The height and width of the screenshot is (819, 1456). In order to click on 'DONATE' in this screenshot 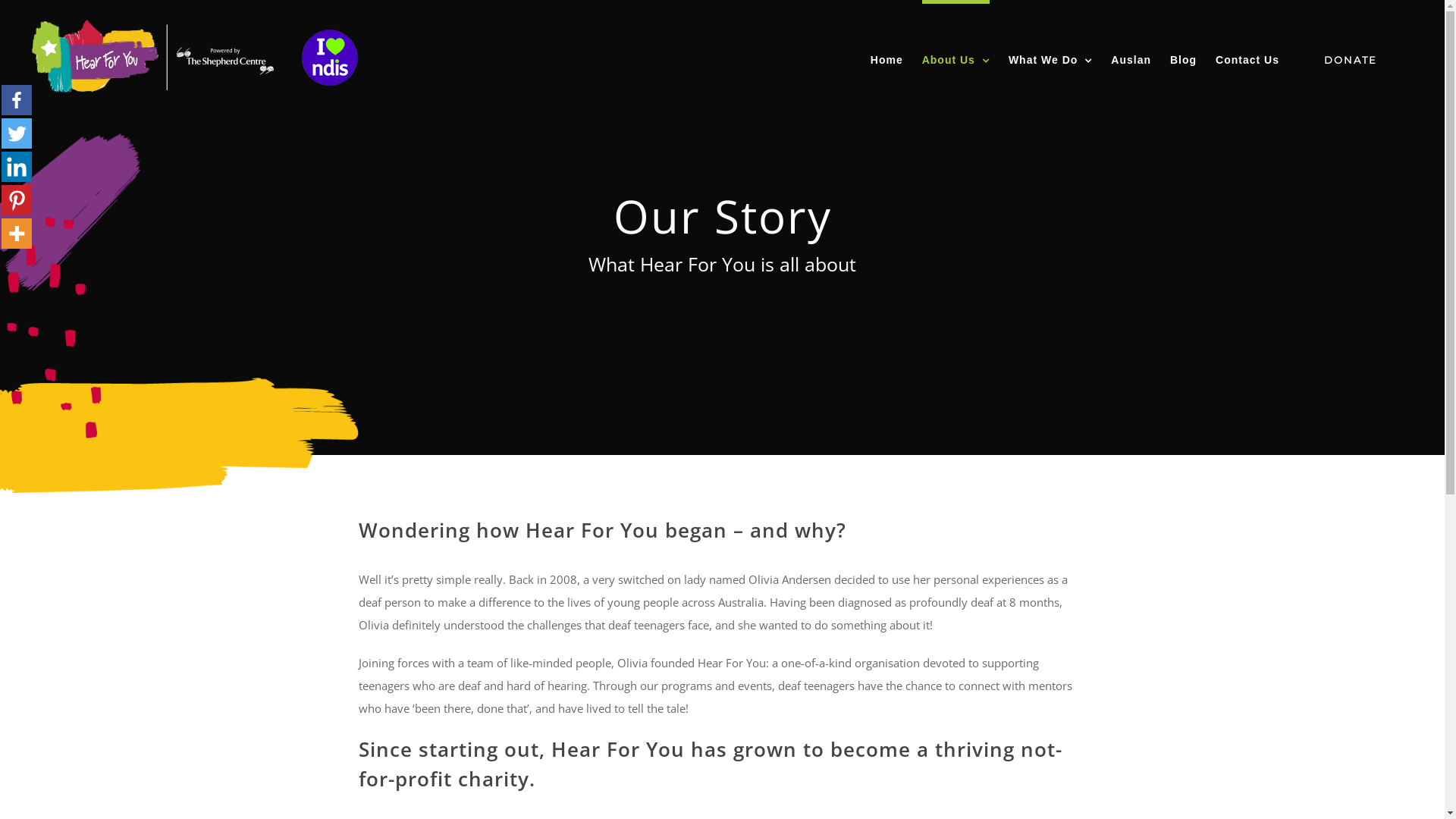, I will do `click(1298, 57)`.